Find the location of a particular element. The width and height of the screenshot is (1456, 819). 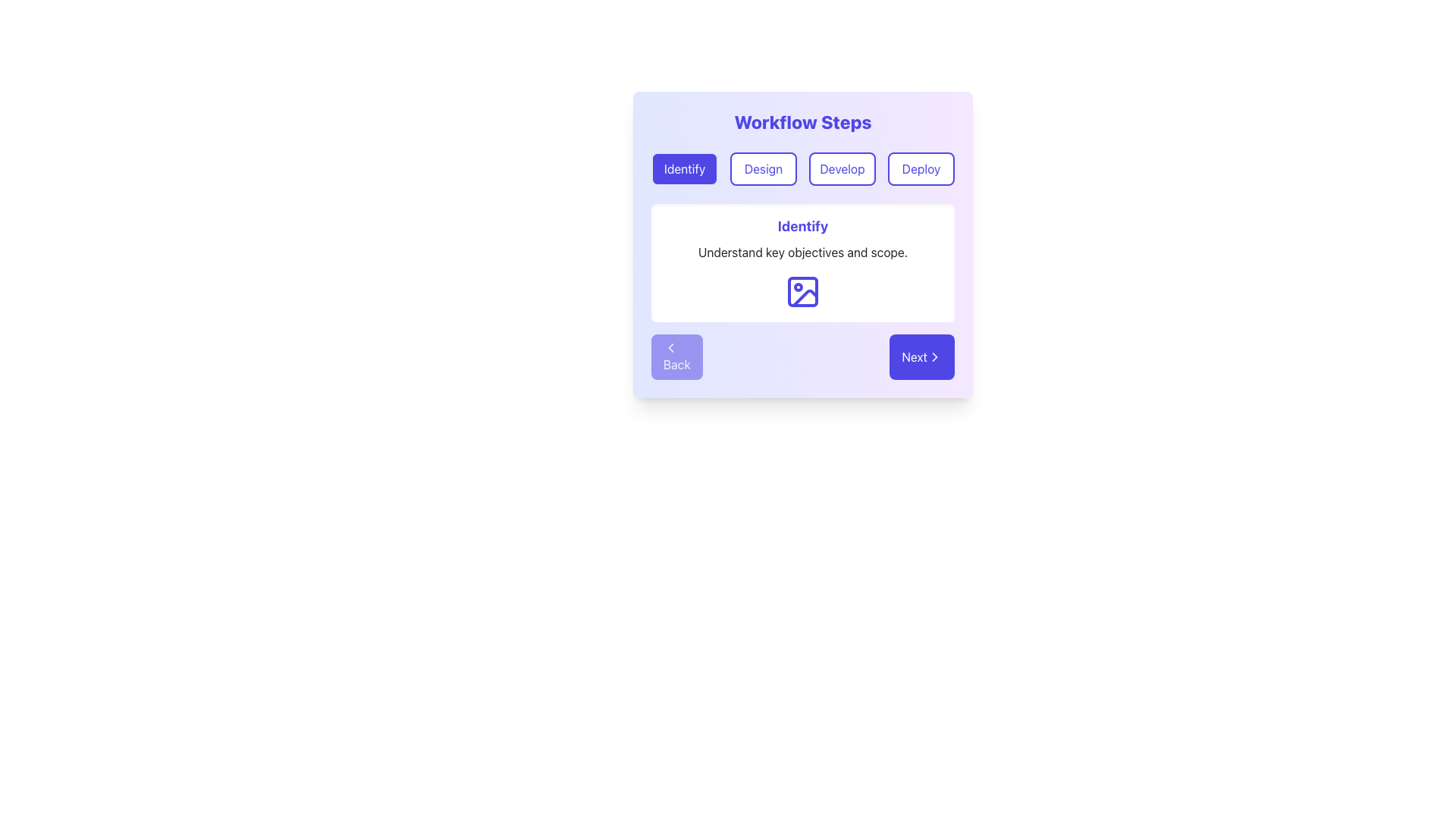

the second button in the horizontal sequence is located at coordinates (764, 169).